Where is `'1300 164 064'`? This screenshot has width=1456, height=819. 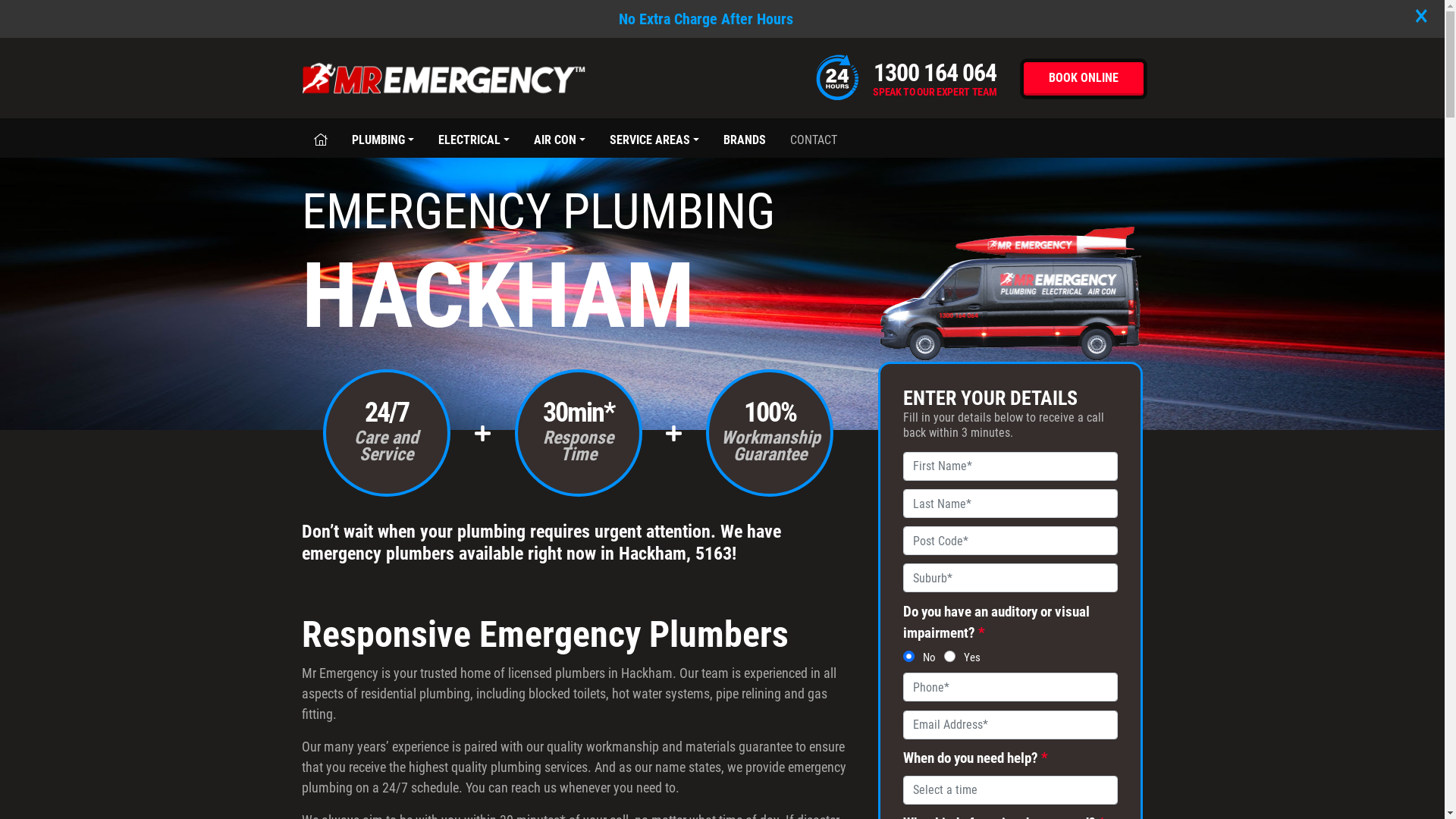
'1300 164 064' is located at coordinates (874, 73).